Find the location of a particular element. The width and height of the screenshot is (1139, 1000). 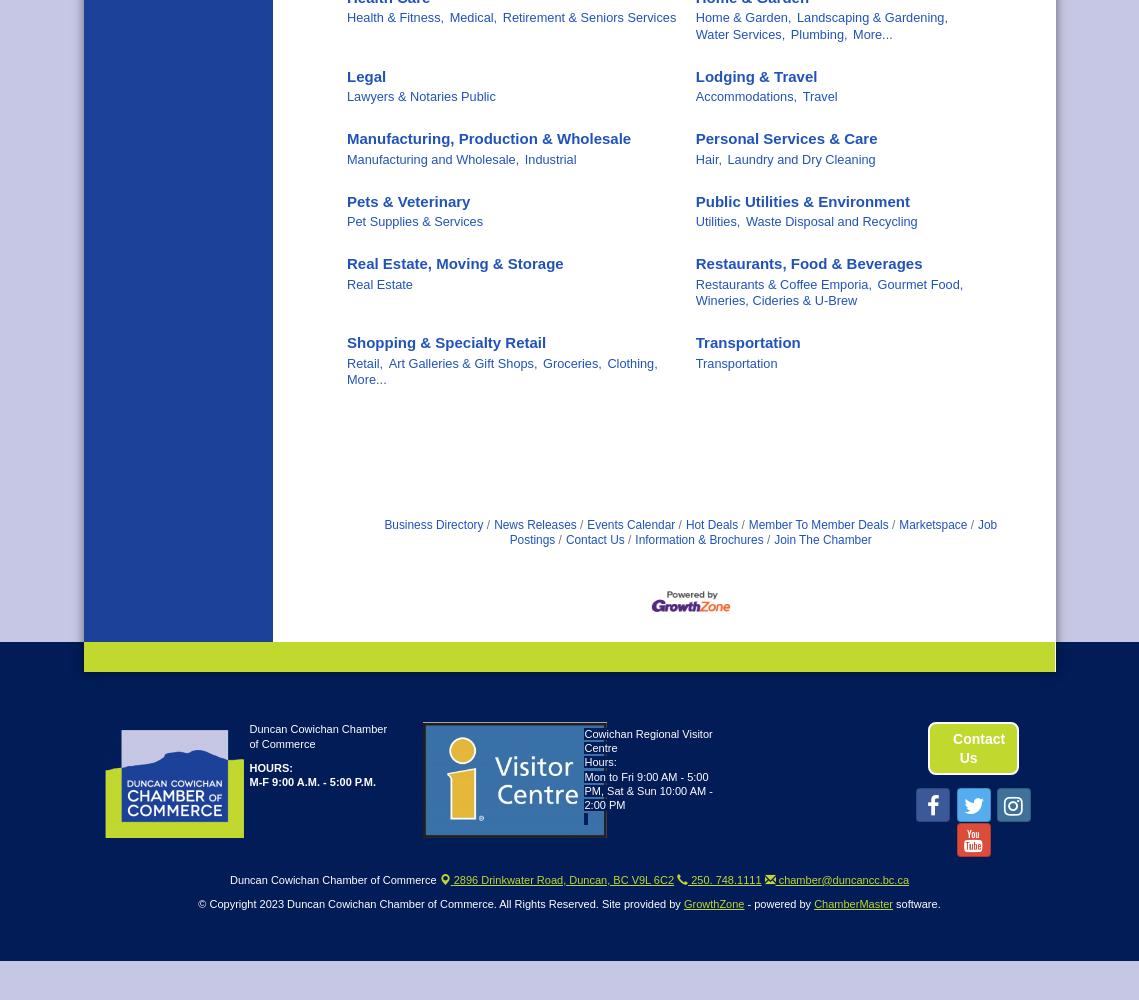

'Information & Brochures' is located at coordinates (698, 540).